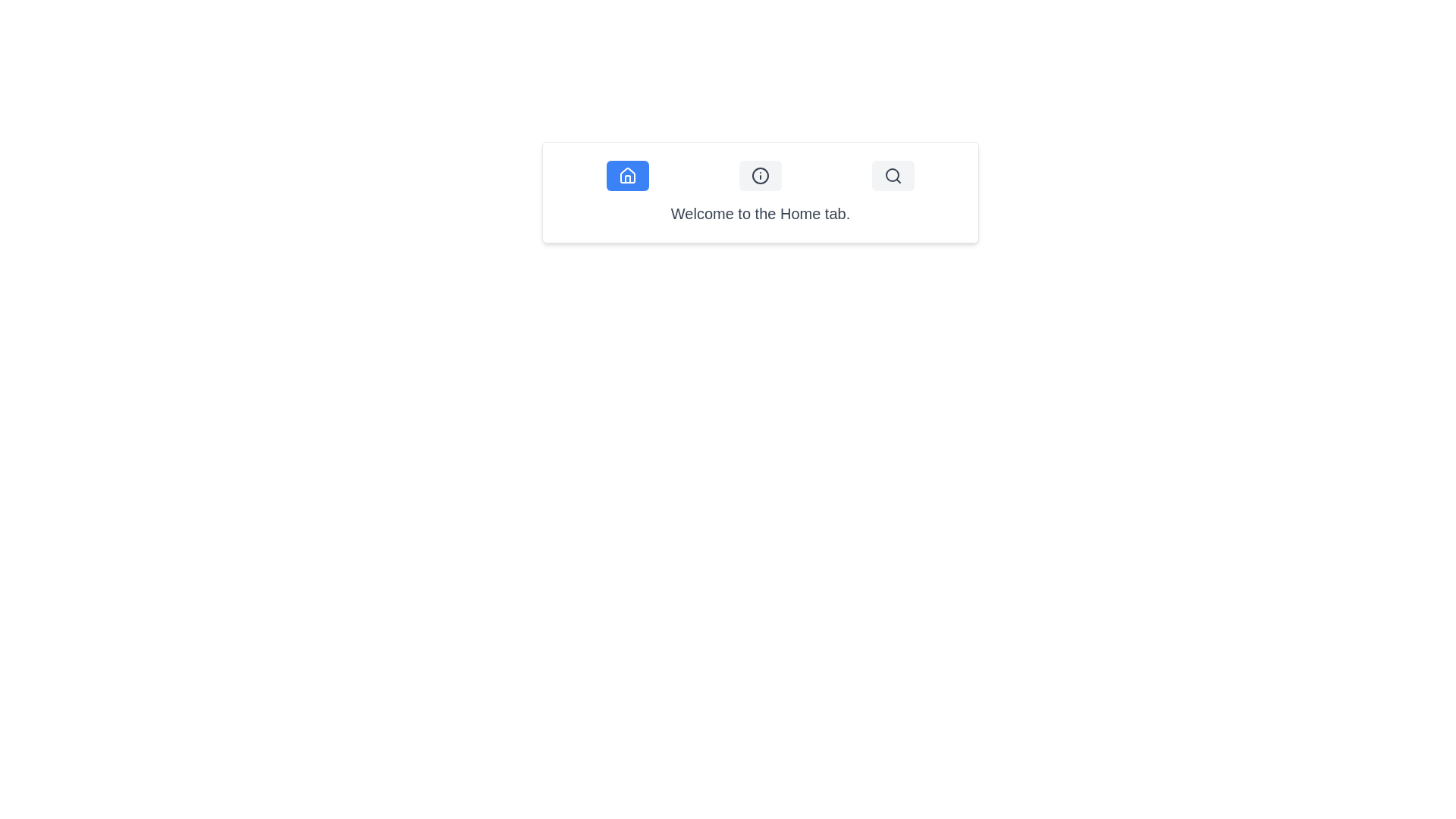 The height and width of the screenshot is (819, 1456). Describe the element at coordinates (627, 174) in the screenshot. I see `the house icon located in the leftmost button of a group of three buttons, highlighted in blue` at that location.